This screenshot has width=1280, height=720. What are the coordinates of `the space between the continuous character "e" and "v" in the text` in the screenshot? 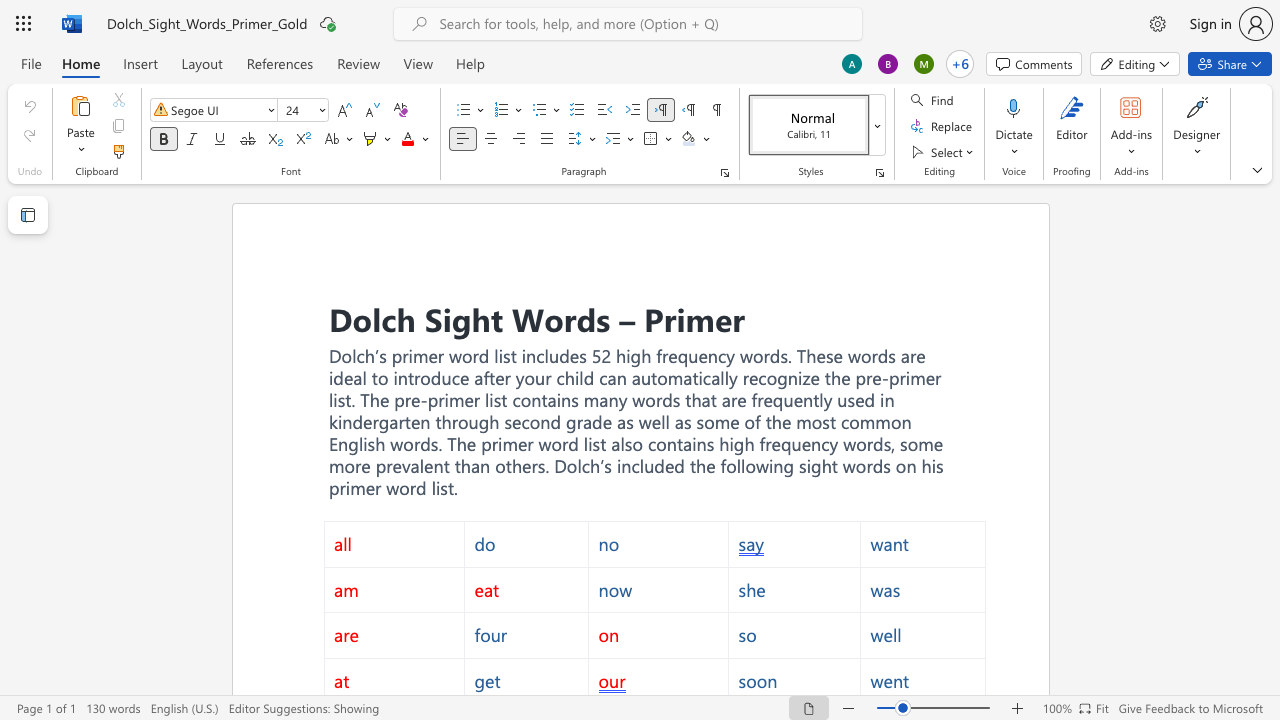 It's located at (400, 465).